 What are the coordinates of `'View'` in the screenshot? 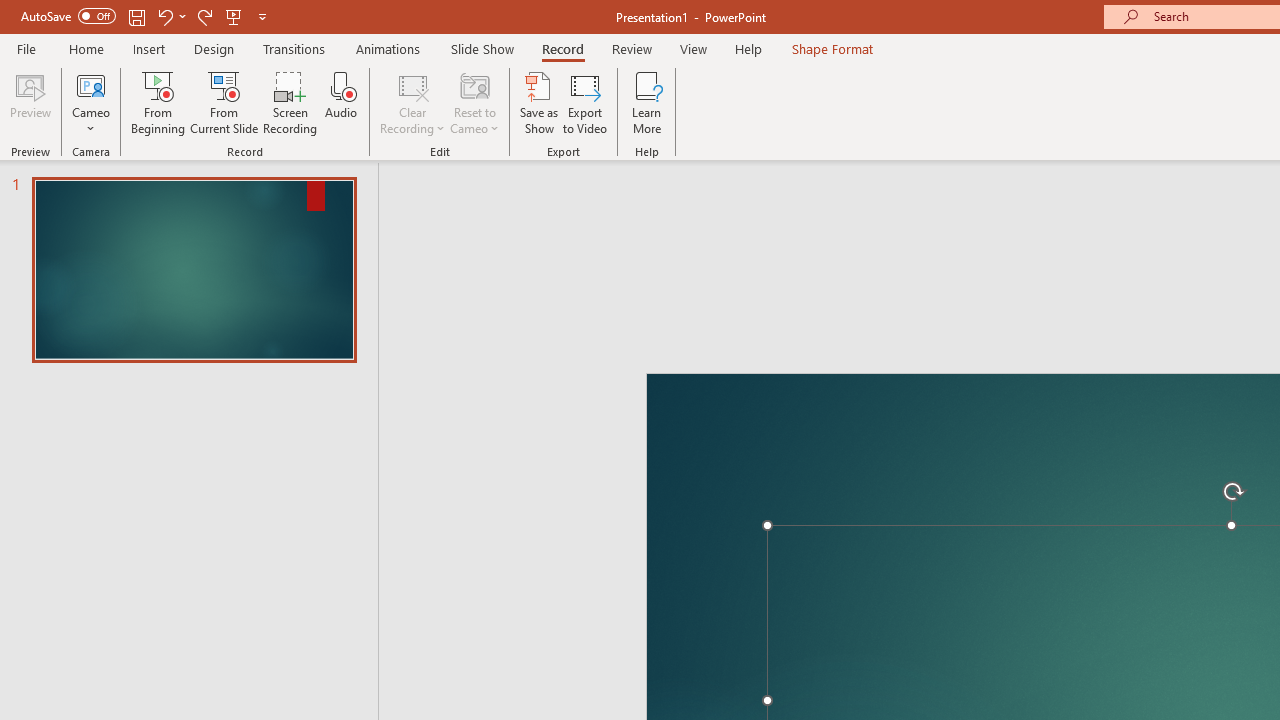 It's located at (693, 48).